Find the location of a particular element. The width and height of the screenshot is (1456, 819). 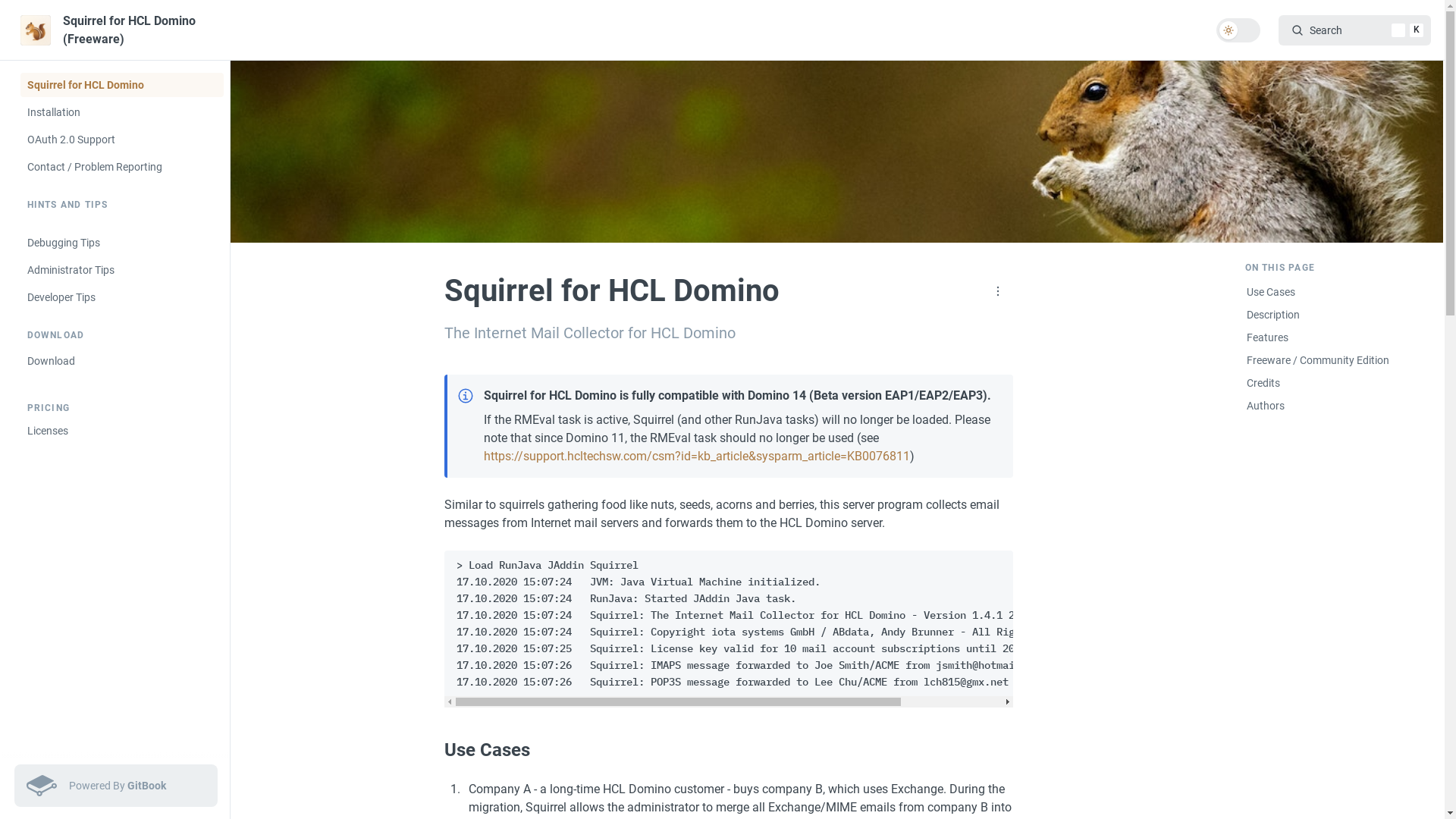

'Administrator Tips' is located at coordinates (120, 268).